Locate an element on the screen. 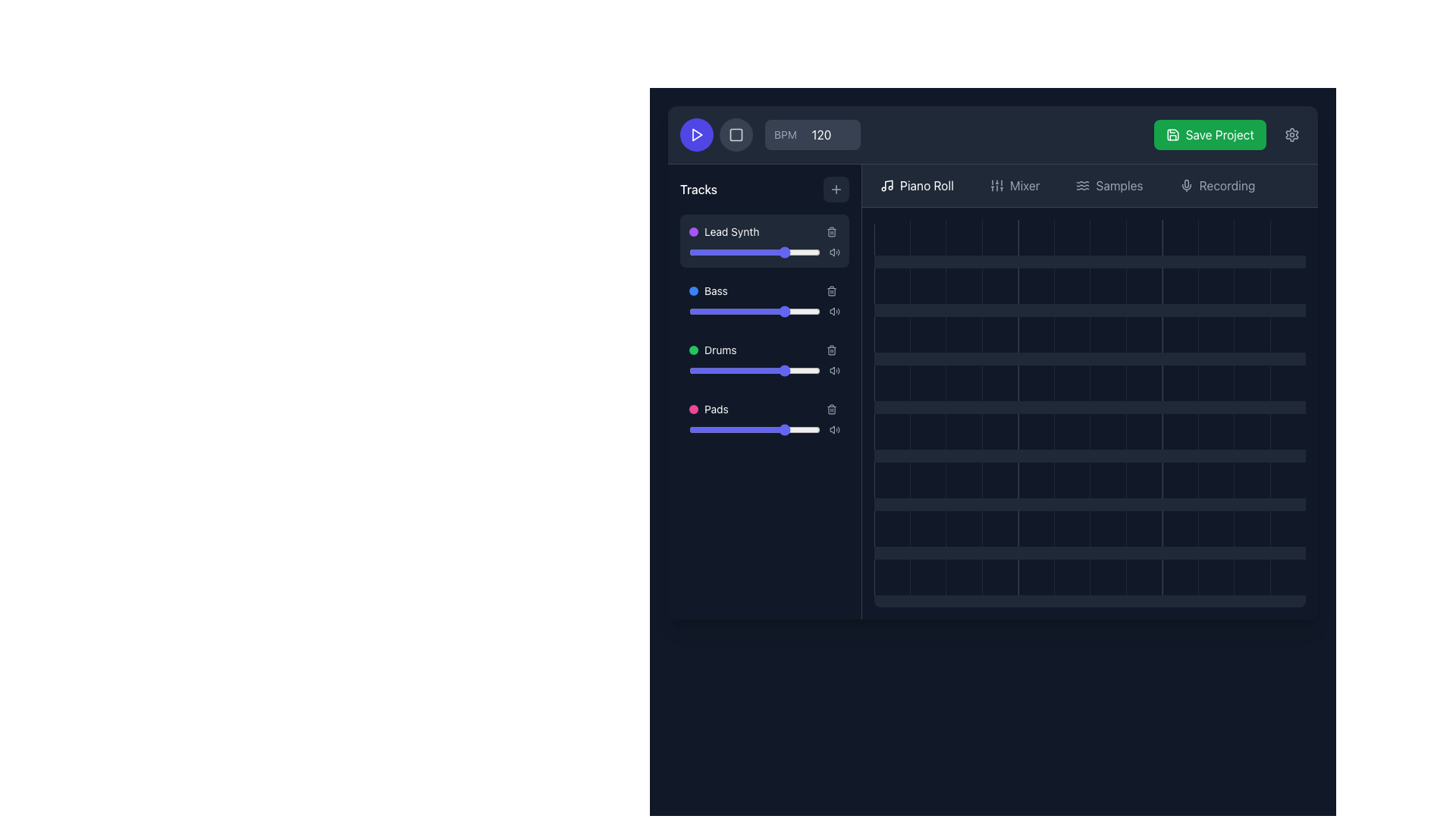  the square grid cell located in the sixth column of the sixth row with a dark gray background is located at coordinates (1179, 480).